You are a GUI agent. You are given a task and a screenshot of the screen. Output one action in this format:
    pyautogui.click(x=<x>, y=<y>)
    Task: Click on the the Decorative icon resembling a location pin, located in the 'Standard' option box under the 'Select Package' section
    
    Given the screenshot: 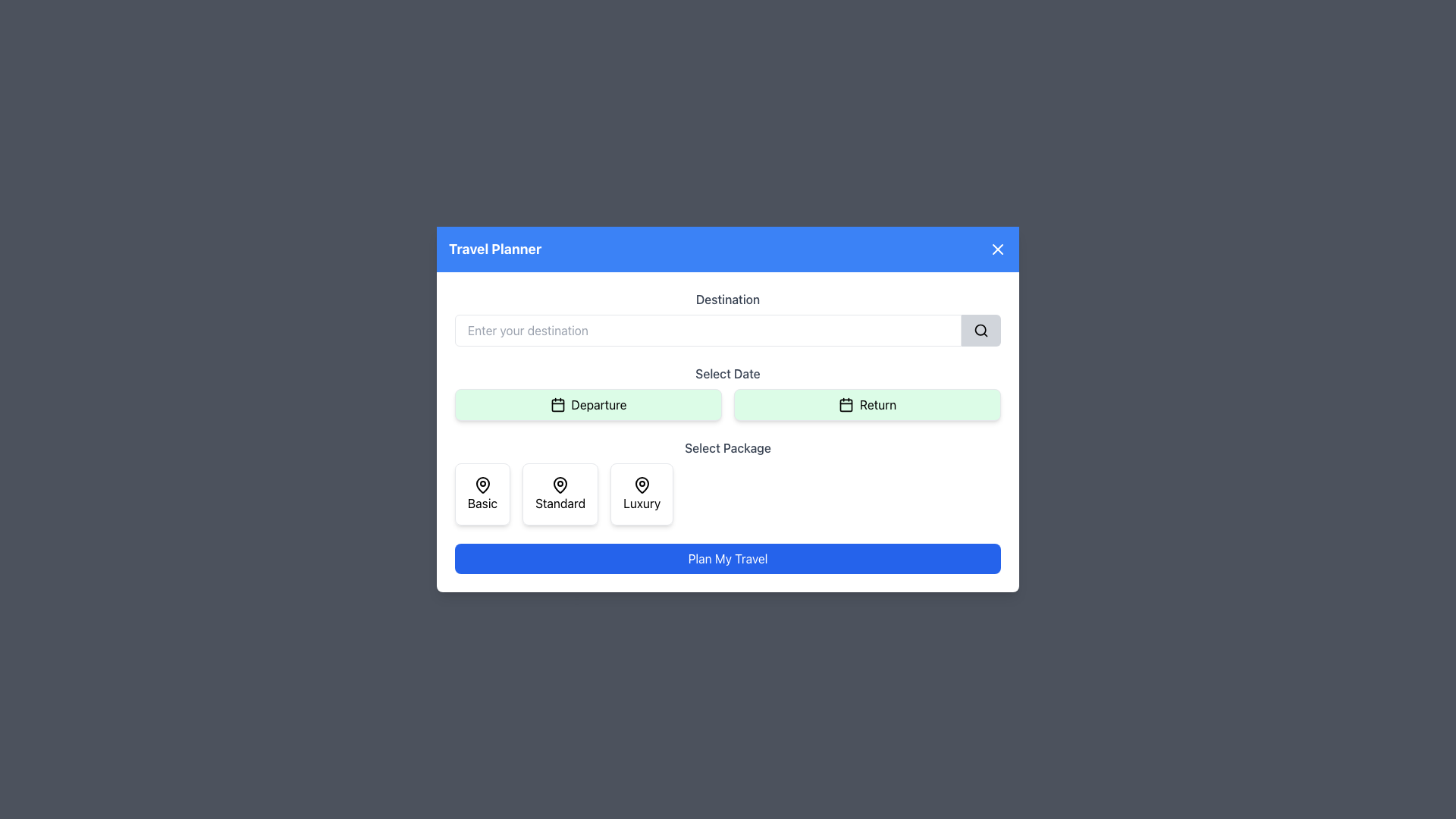 What is the action you would take?
    pyautogui.click(x=560, y=485)
    